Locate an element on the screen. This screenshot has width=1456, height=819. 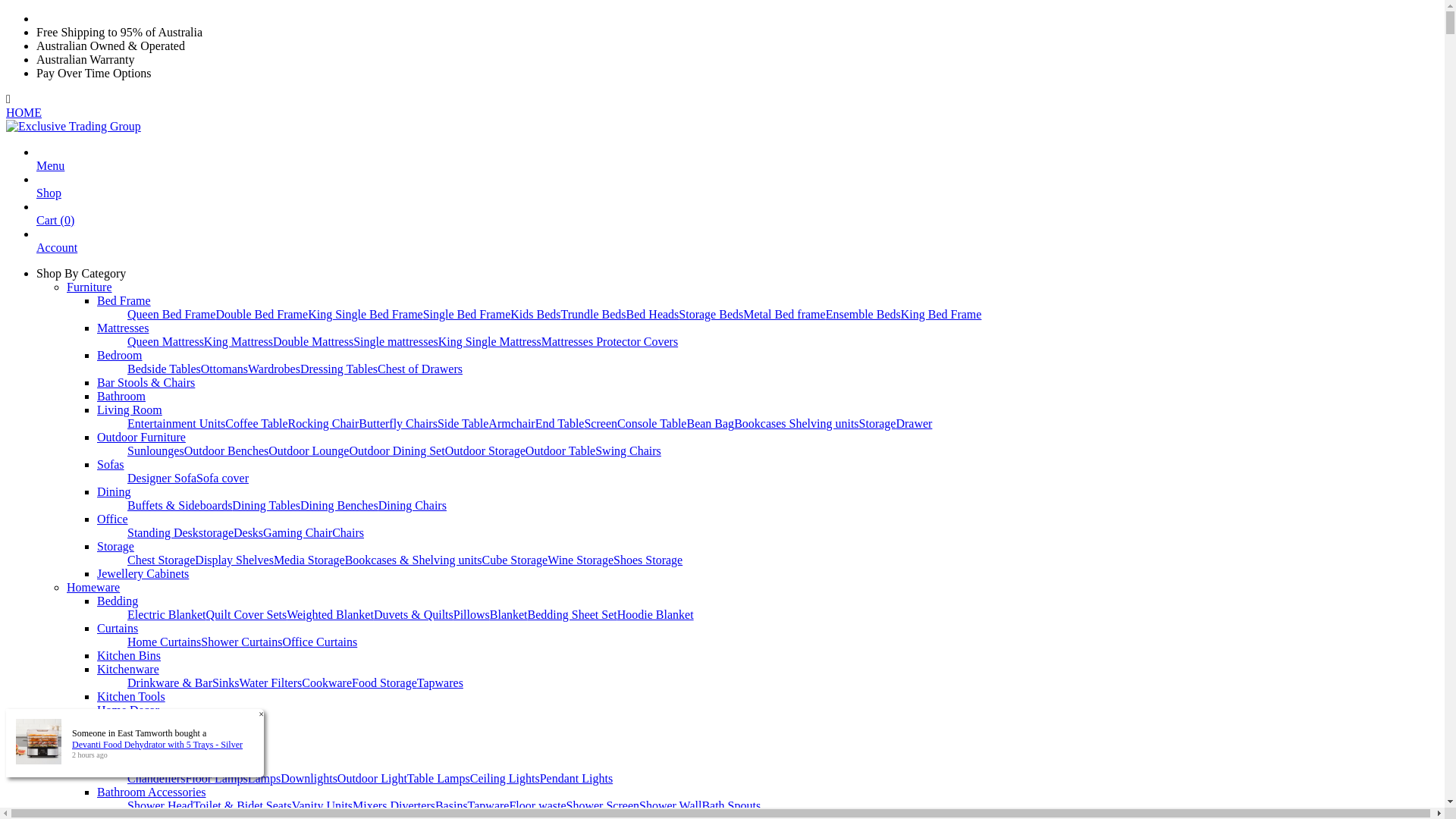
'Bathroom' is located at coordinates (96, 395).